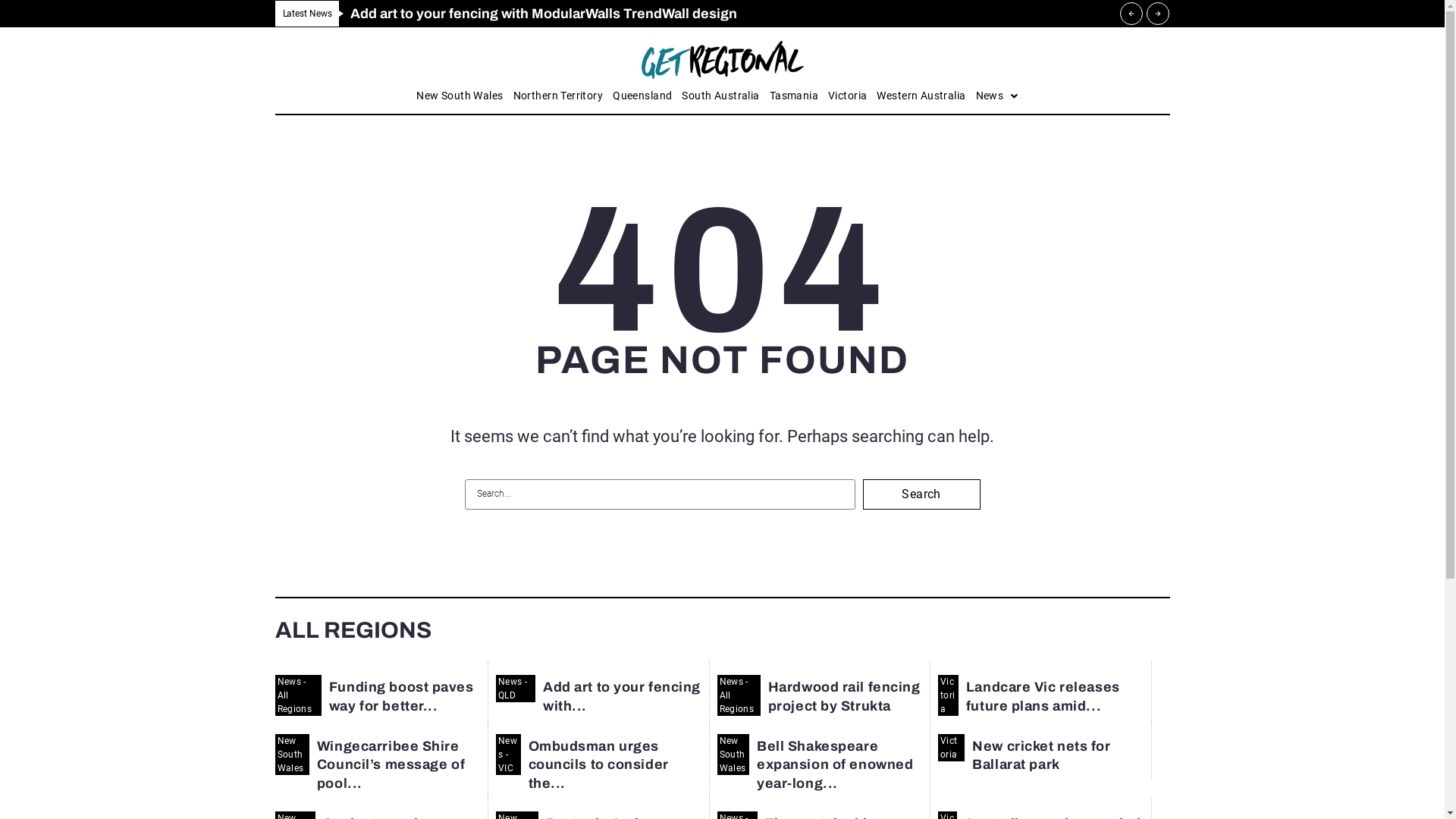 The height and width of the screenshot is (819, 1456). What do you see at coordinates (401, 696) in the screenshot?
I see `'Funding boost paves way for better...'` at bounding box center [401, 696].